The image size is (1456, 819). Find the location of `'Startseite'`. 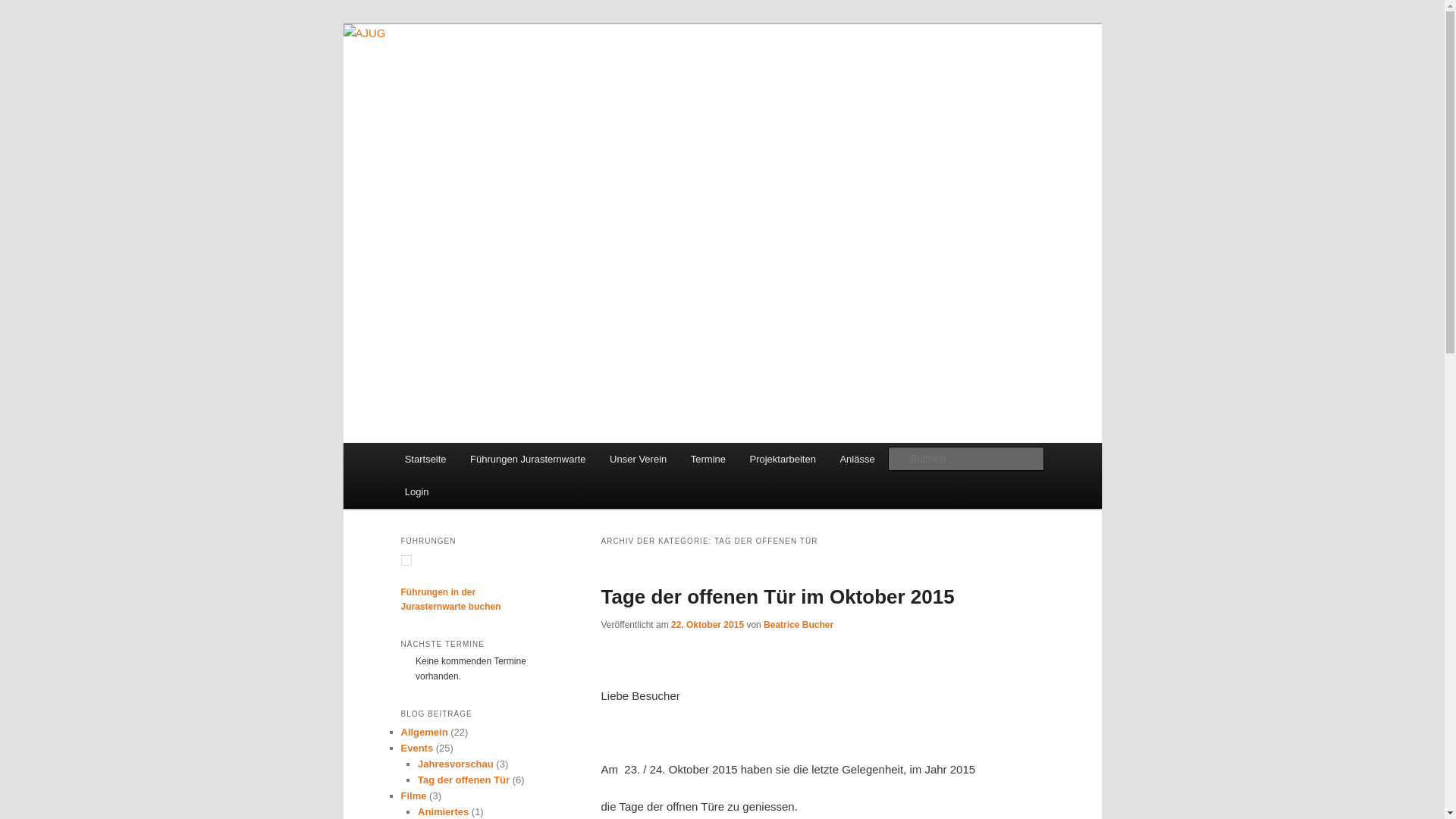

'Startseite' is located at coordinates (425, 458).